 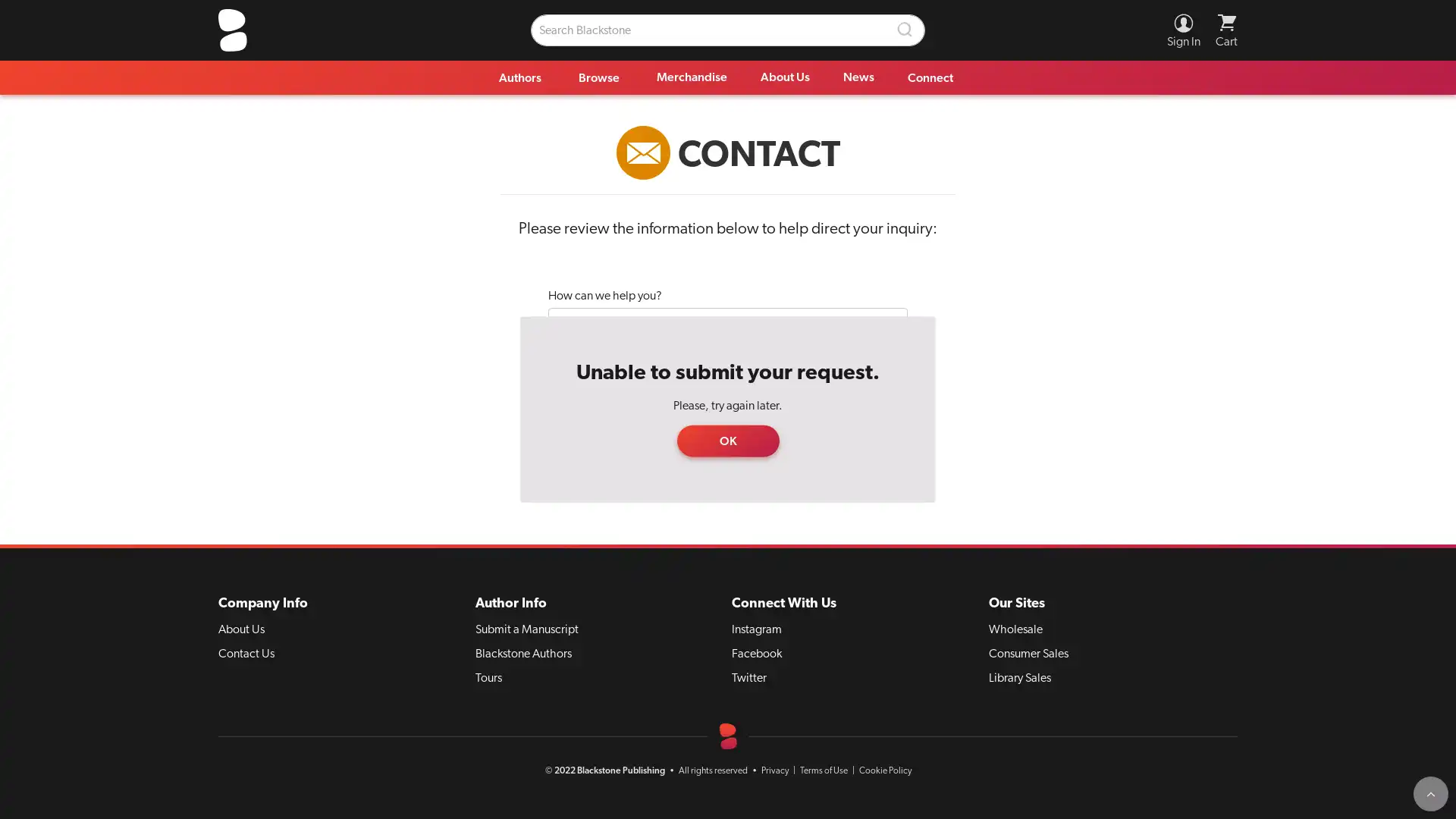 What do you see at coordinates (726, 441) in the screenshot?
I see `OK` at bounding box center [726, 441].